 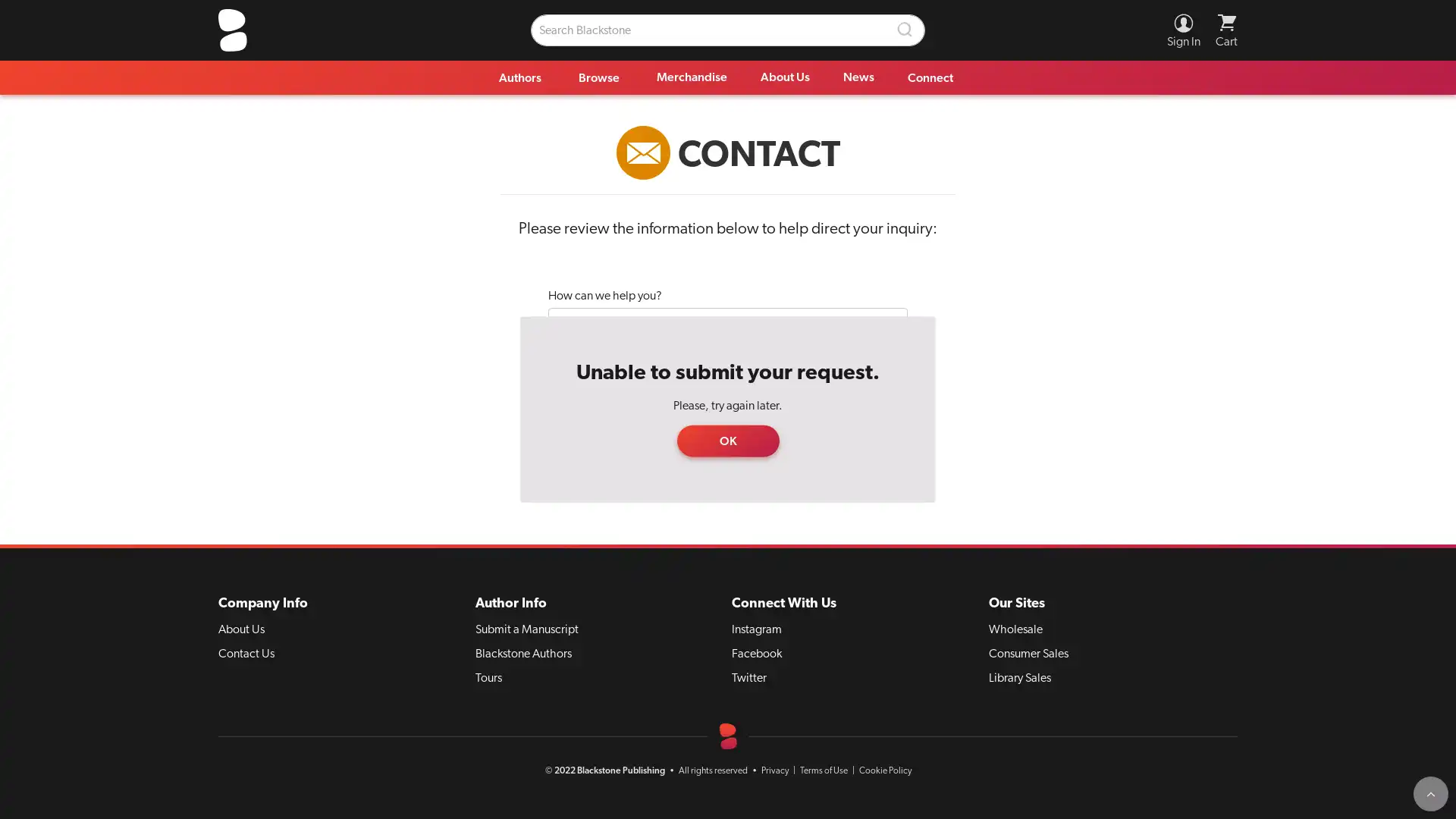 What do you see at coordinates (726, 441) in the screenshot?
I see `OK` at bounding box center [726, 441].